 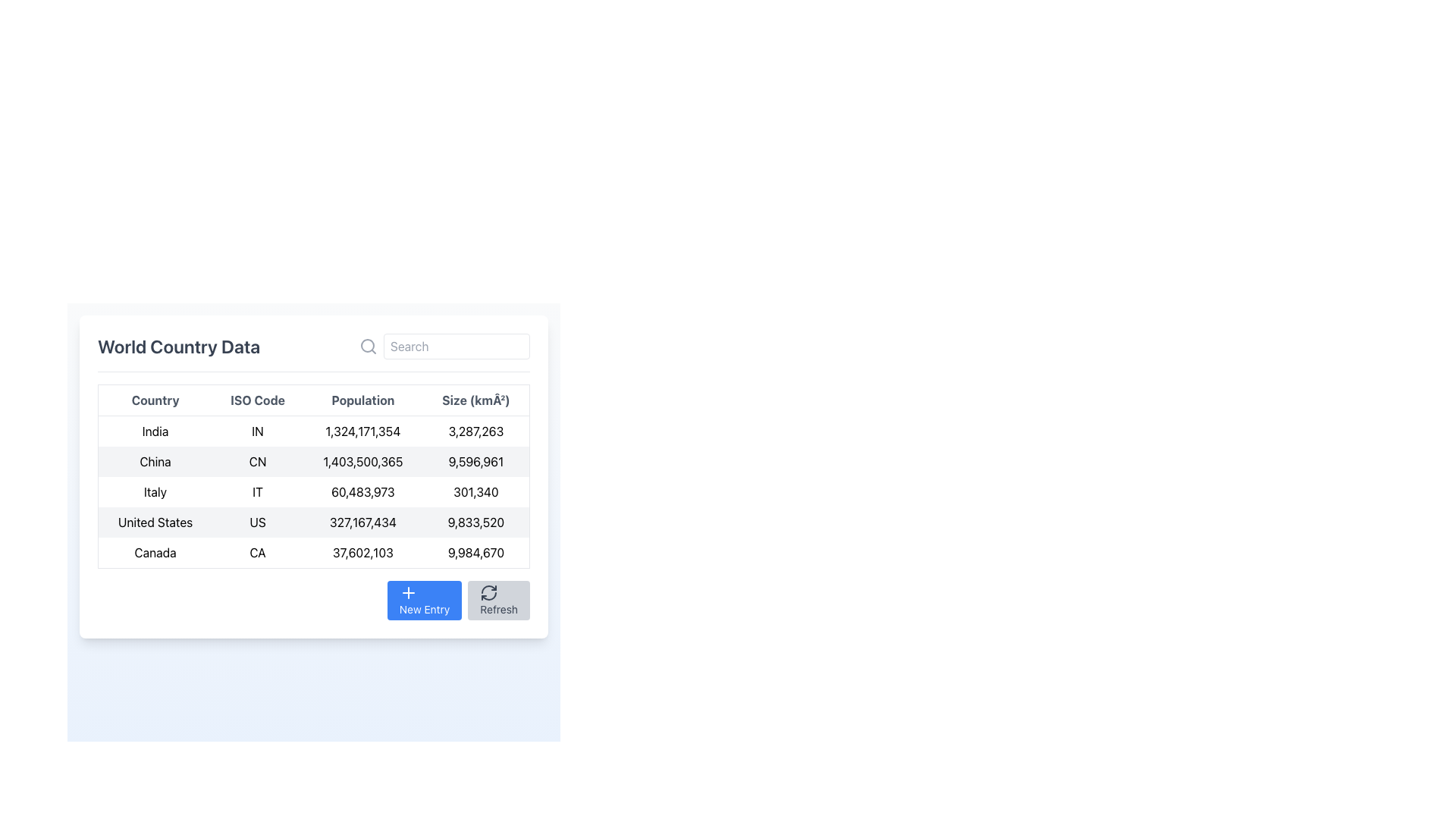 I want to click on the text element containing 'US' which is located in the second column of the row for 'United States' in the table, so click(x=258, y=522).